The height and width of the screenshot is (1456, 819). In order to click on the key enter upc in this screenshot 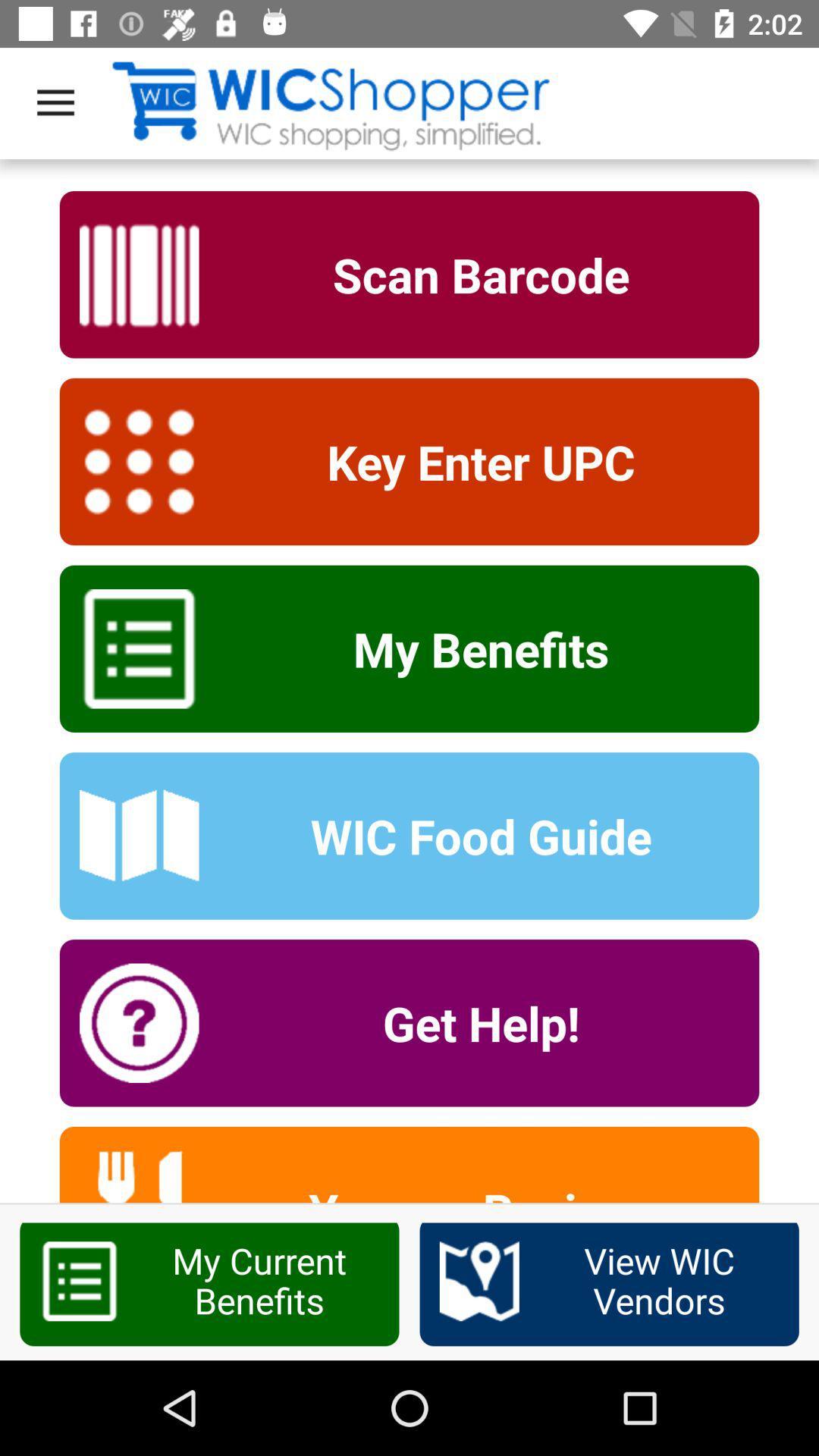, I will do `click(470, 461)`.